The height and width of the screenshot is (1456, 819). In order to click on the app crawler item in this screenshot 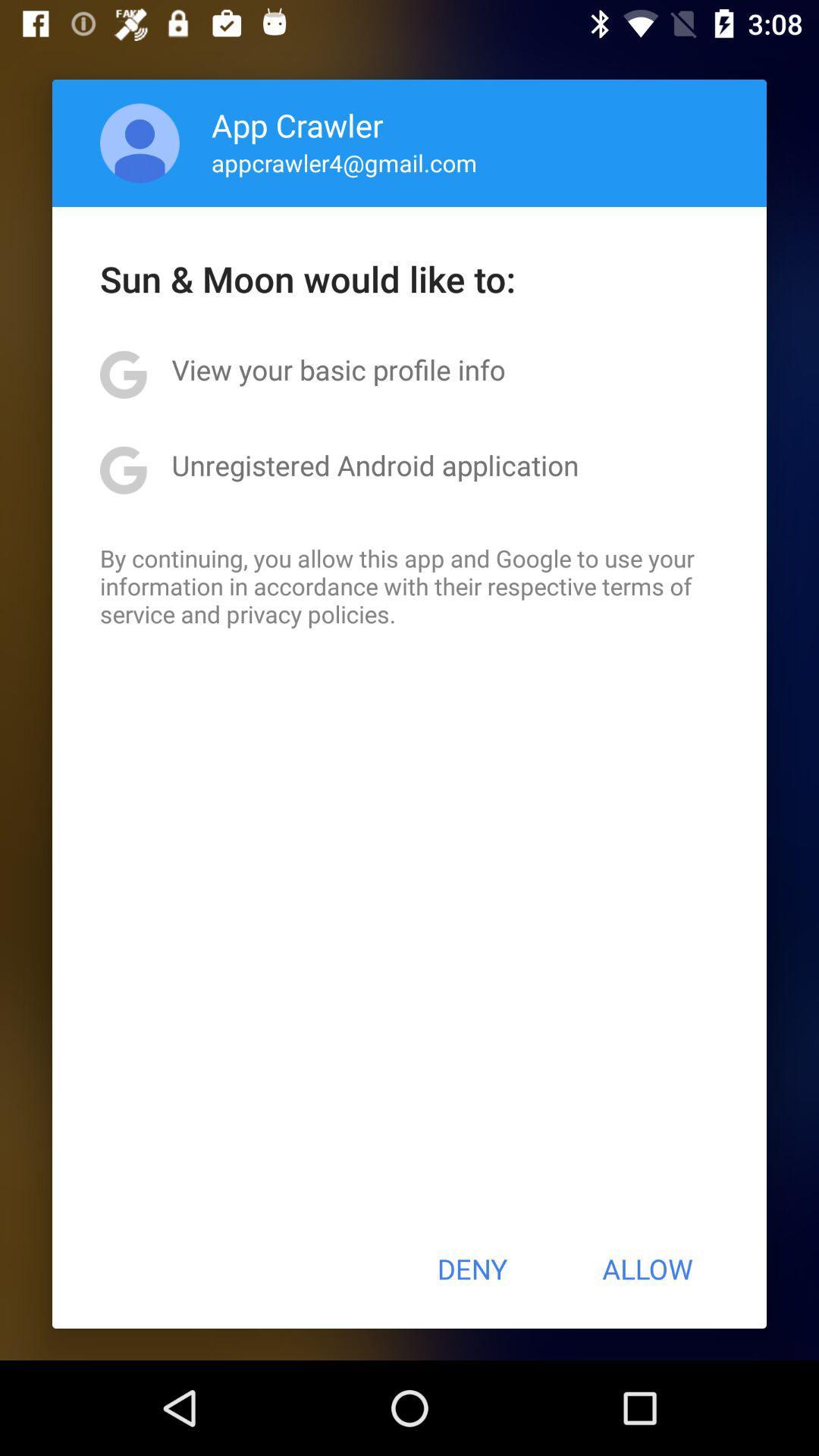, I will do `click(297, 124)`.